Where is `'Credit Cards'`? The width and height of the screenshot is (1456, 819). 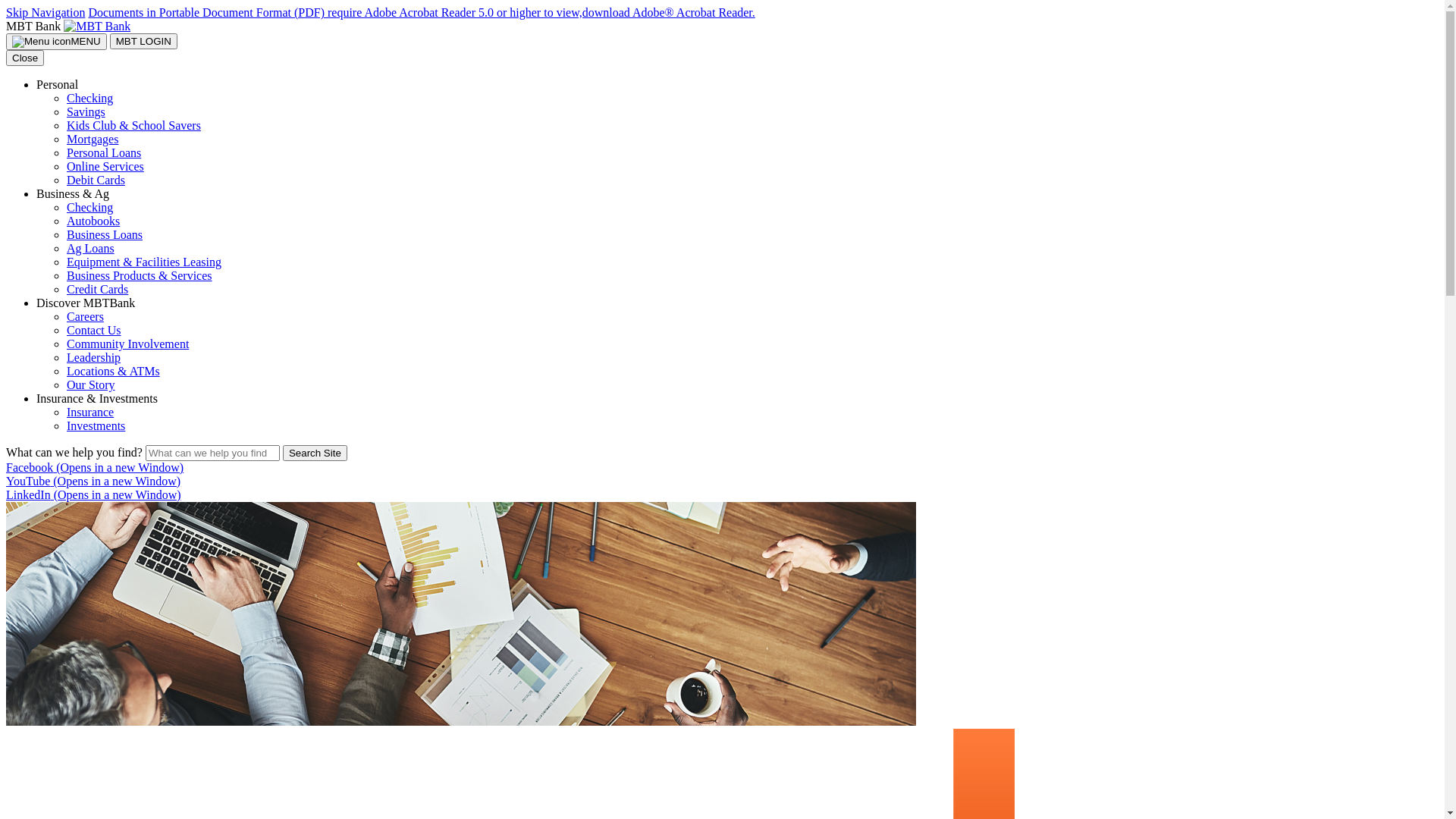 'Credit Cards' is located at coordinates (96, 289).